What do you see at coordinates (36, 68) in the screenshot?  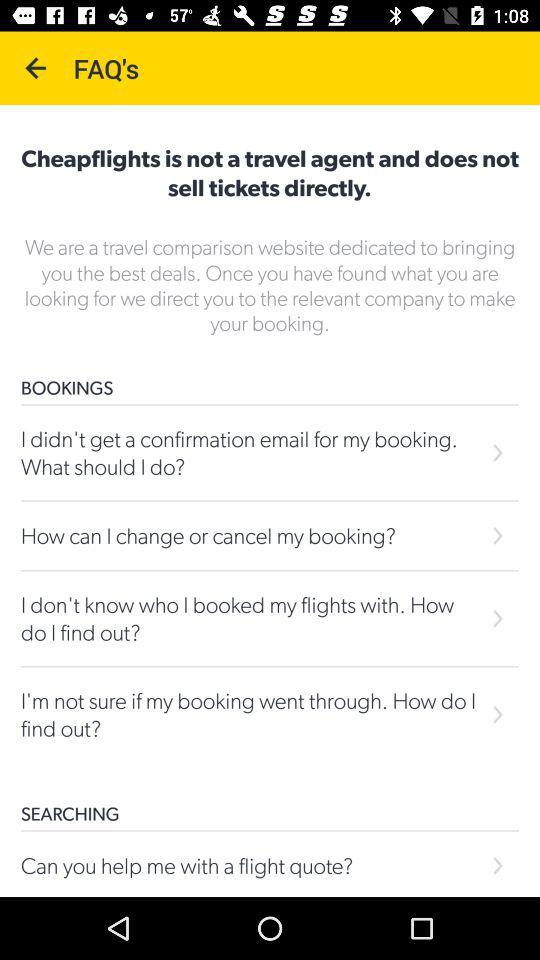 I see `icon to the left of the faq's item` at bounding box center [36, 68].